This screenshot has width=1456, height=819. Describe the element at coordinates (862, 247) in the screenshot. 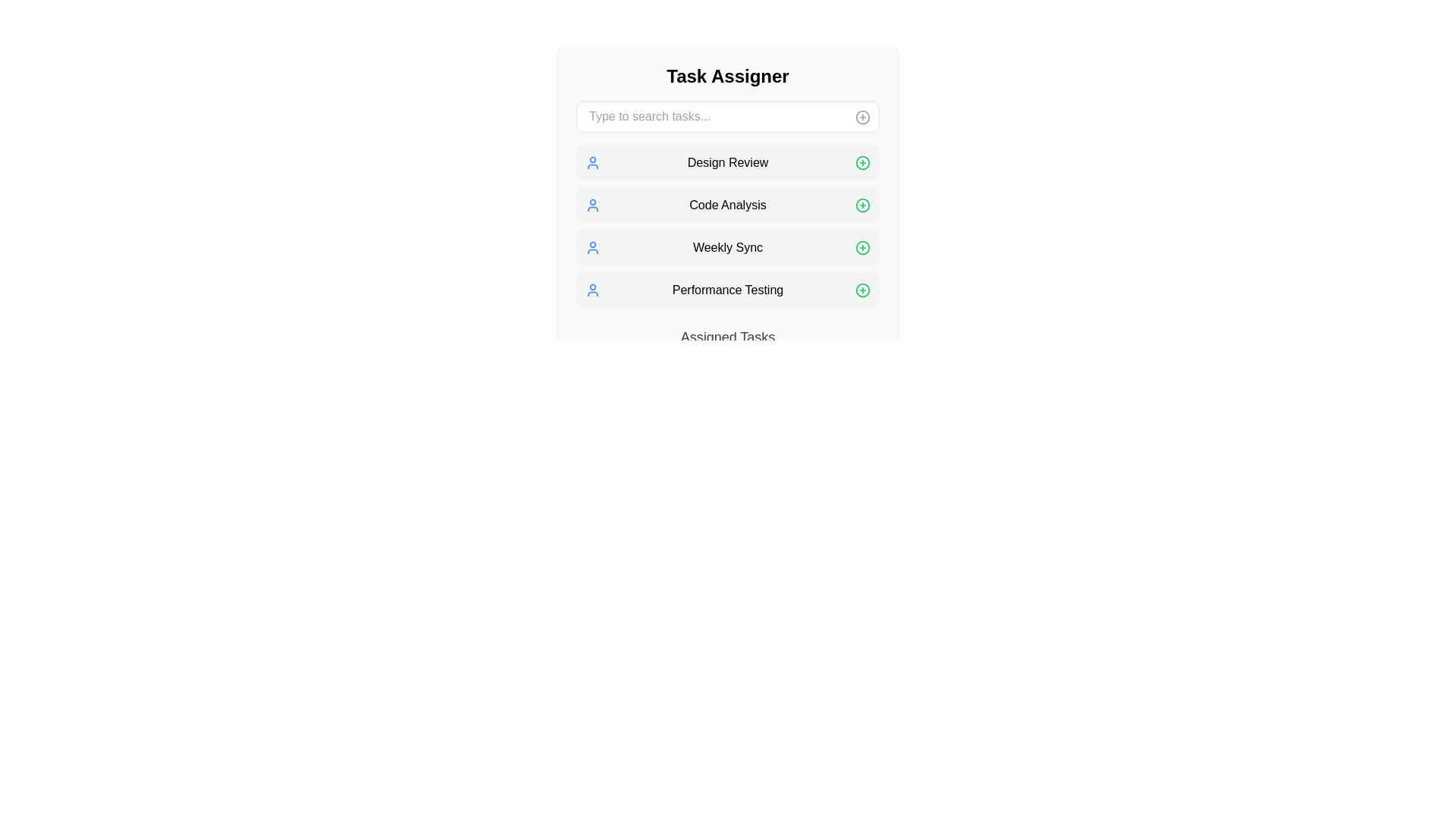

I see `the interactive circular icon with a green border and a plus symbol inside, located at the far right of the third list item labeled 'Weekly Sync.'` at that location.